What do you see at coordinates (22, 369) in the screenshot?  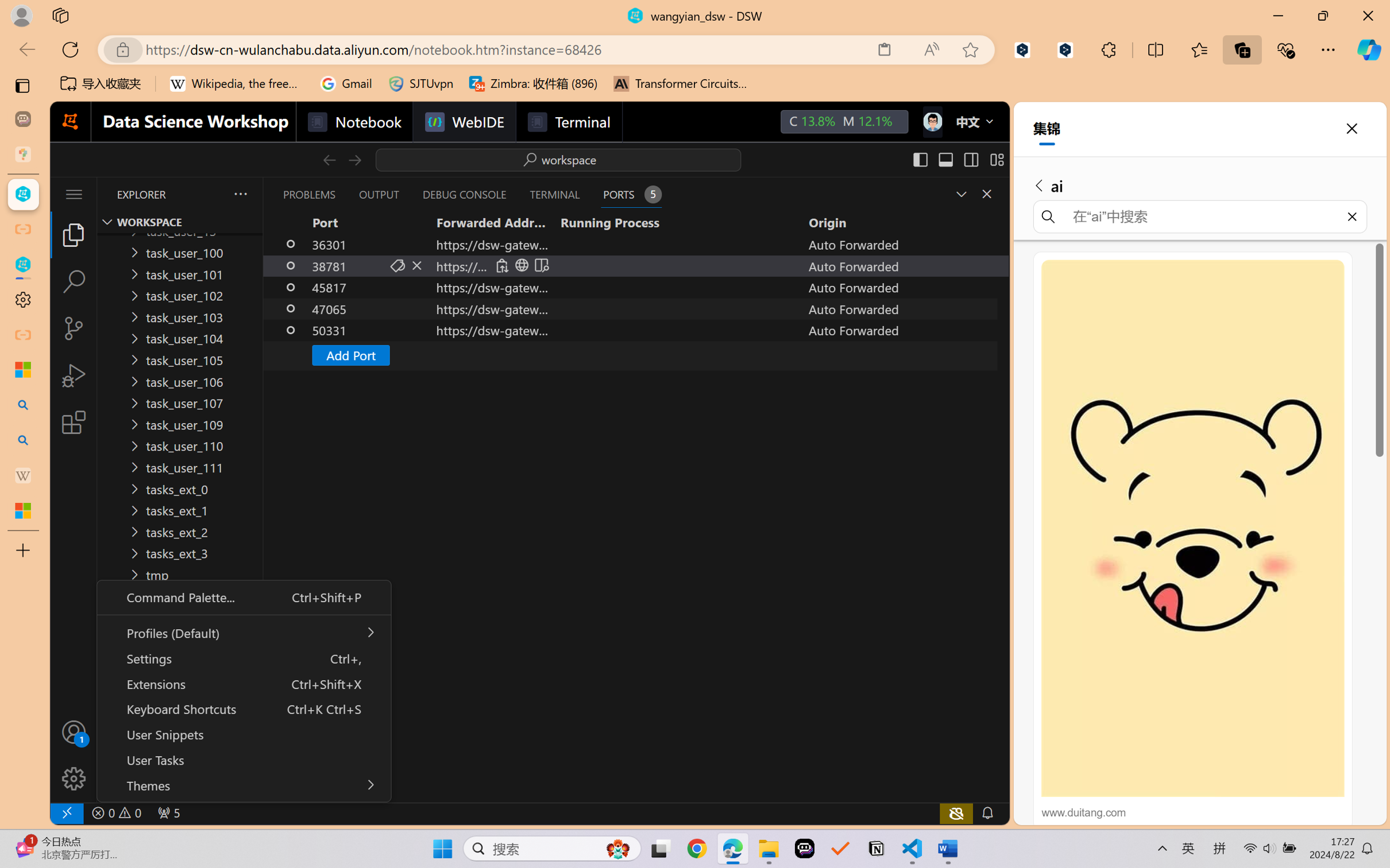 I see `'Microsoft security help and learning'` at bounding box center [22, 369].